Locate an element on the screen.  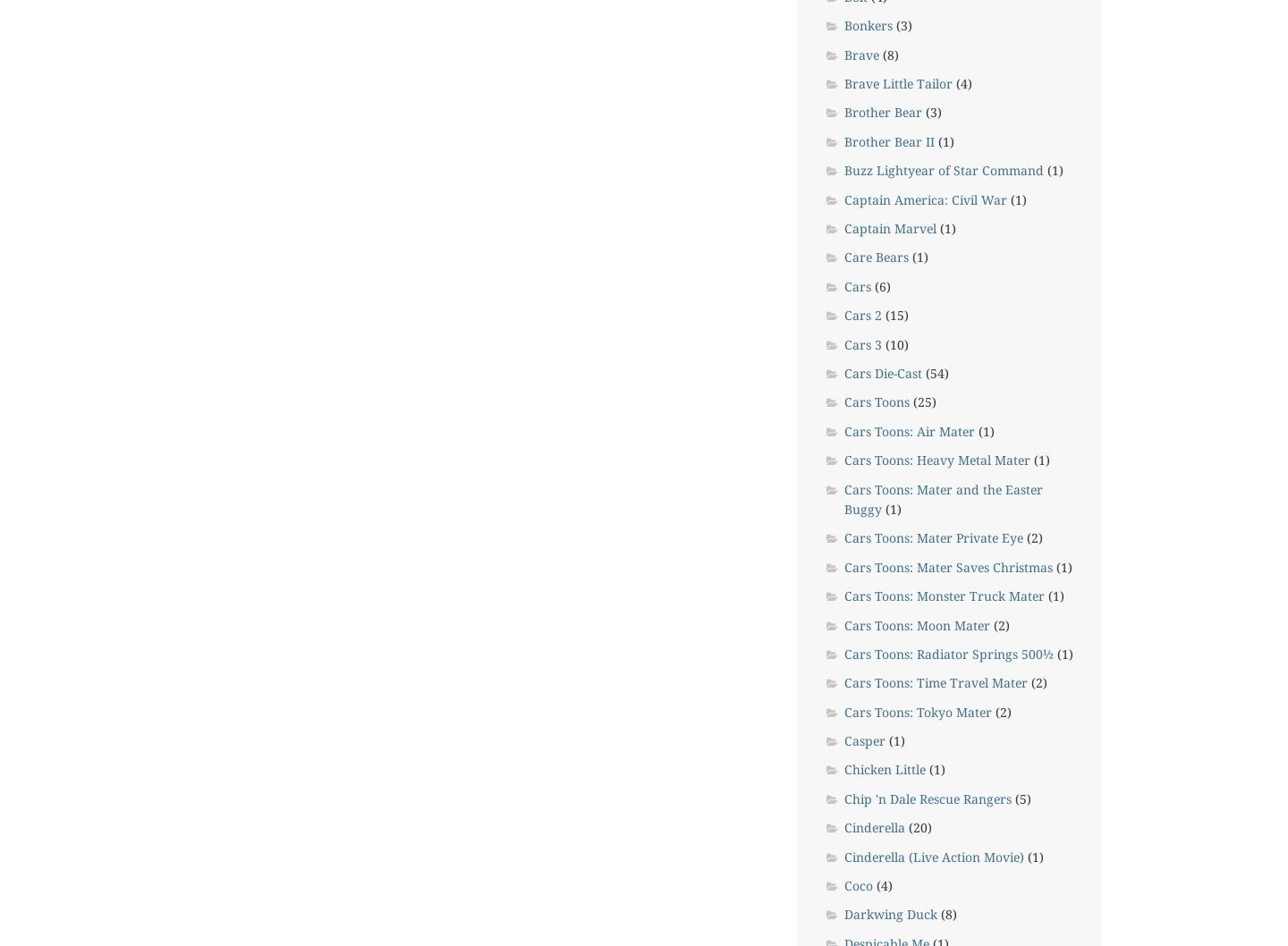
'Cars Toons: Mater Private Eye' is located at coordinates (843, 537).